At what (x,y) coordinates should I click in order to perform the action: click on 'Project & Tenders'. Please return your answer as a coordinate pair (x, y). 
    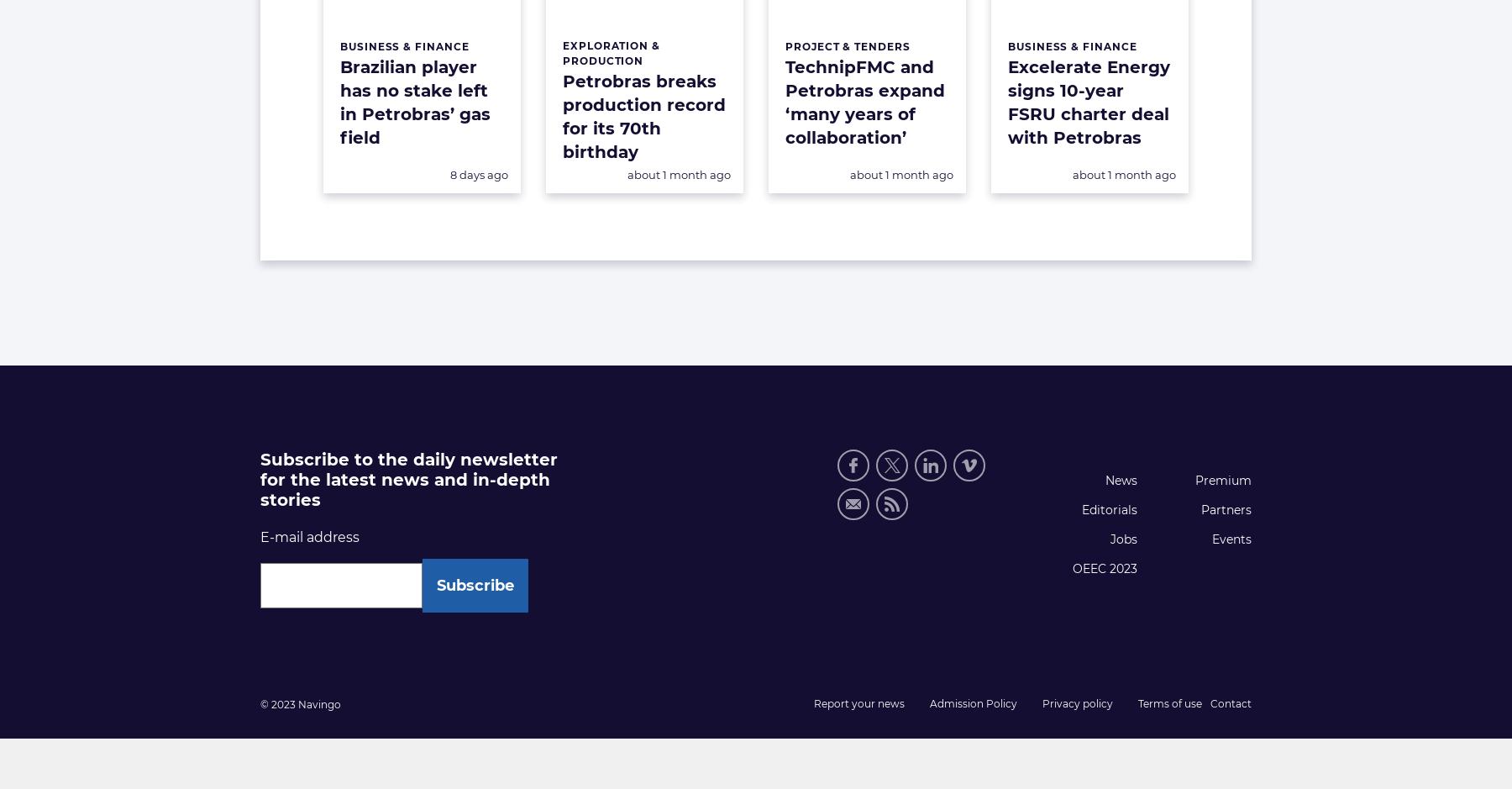
    Looking at the image, I should click on (847, 45).